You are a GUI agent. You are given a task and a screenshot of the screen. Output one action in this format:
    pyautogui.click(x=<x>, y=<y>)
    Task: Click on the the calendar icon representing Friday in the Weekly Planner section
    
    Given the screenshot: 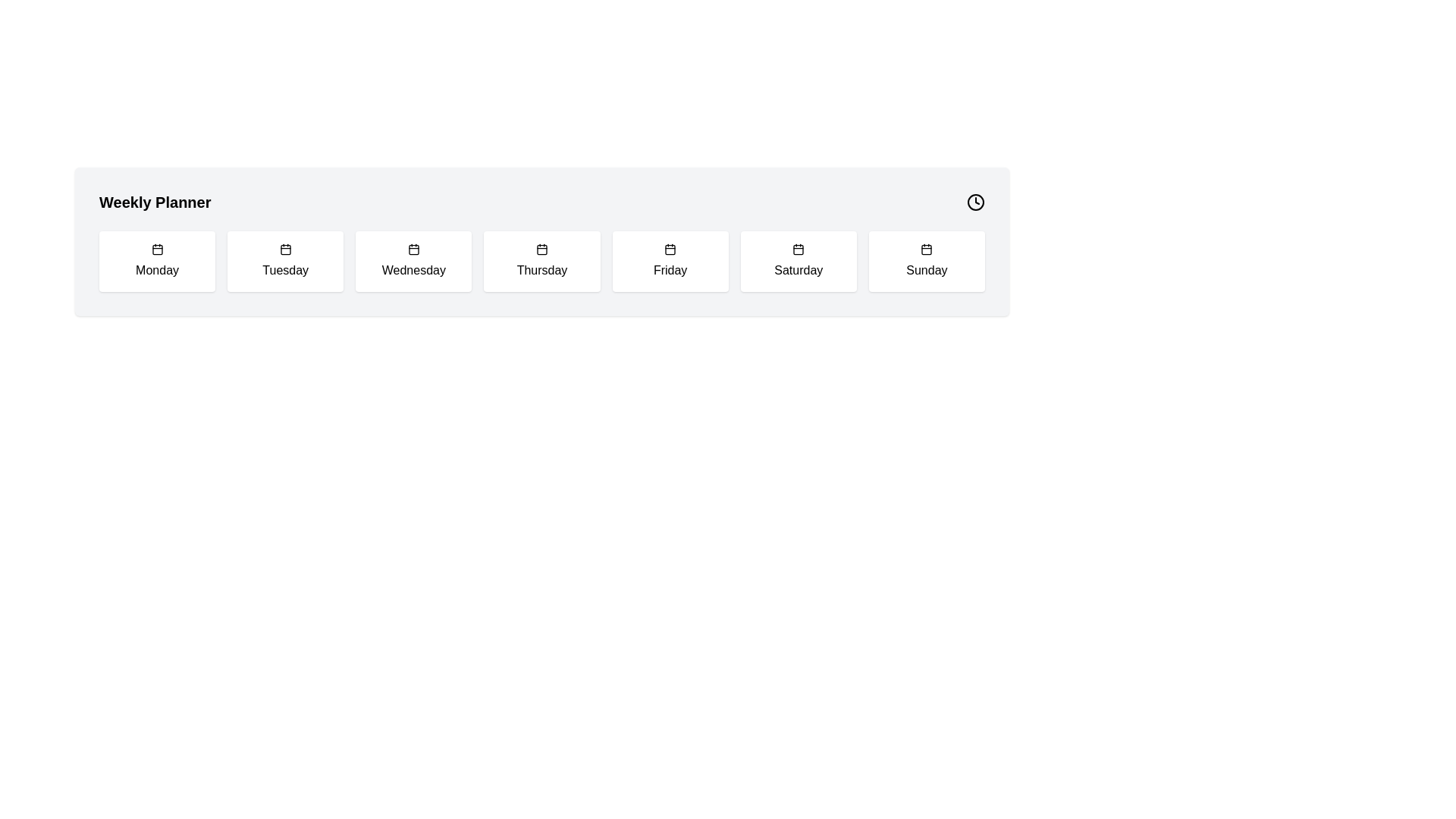 What is the action you would take?
    pyautogui.click(x=670, y=248)
    